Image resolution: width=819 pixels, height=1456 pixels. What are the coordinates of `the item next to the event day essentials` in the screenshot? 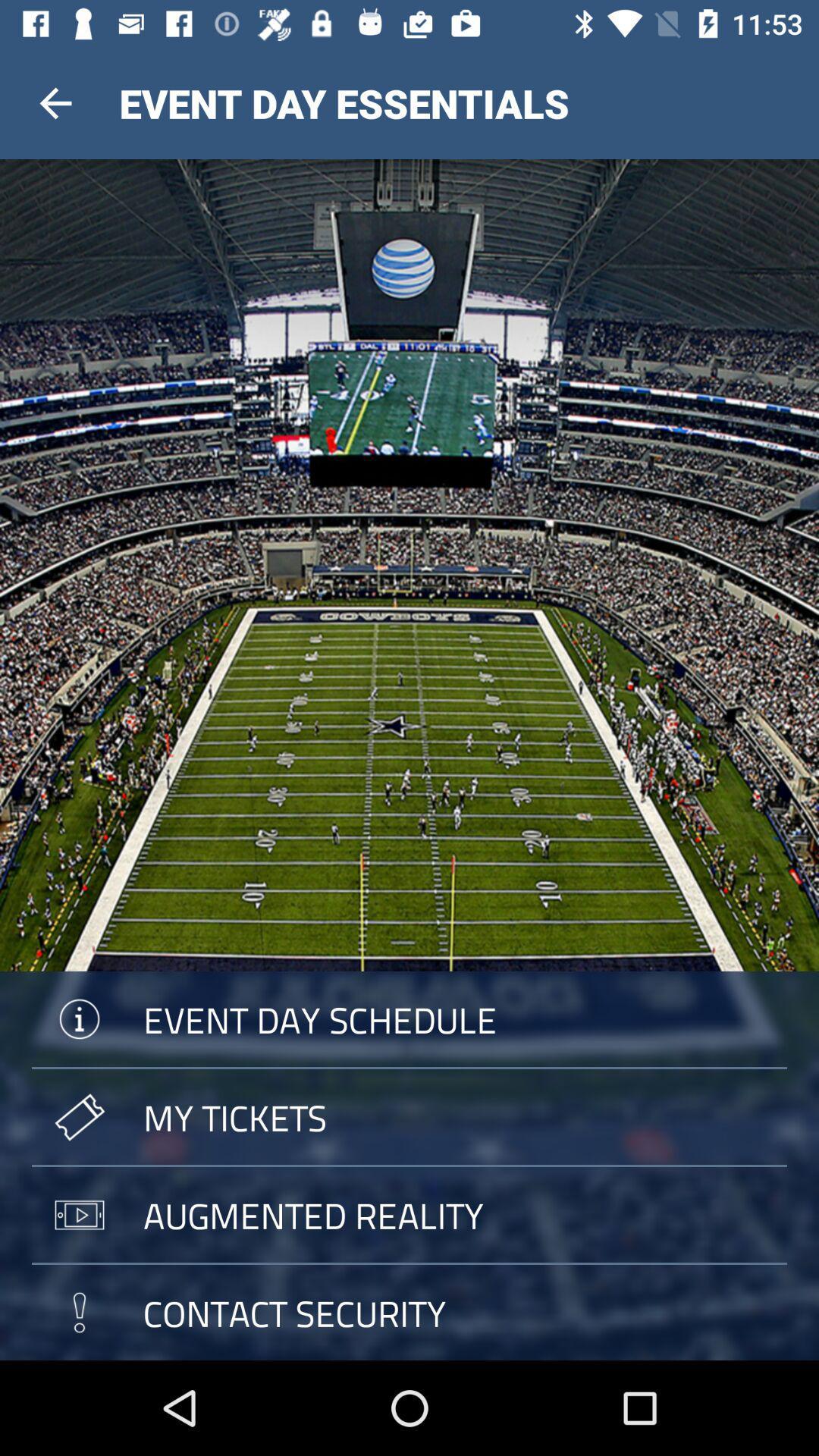 It's located at (55, 102).